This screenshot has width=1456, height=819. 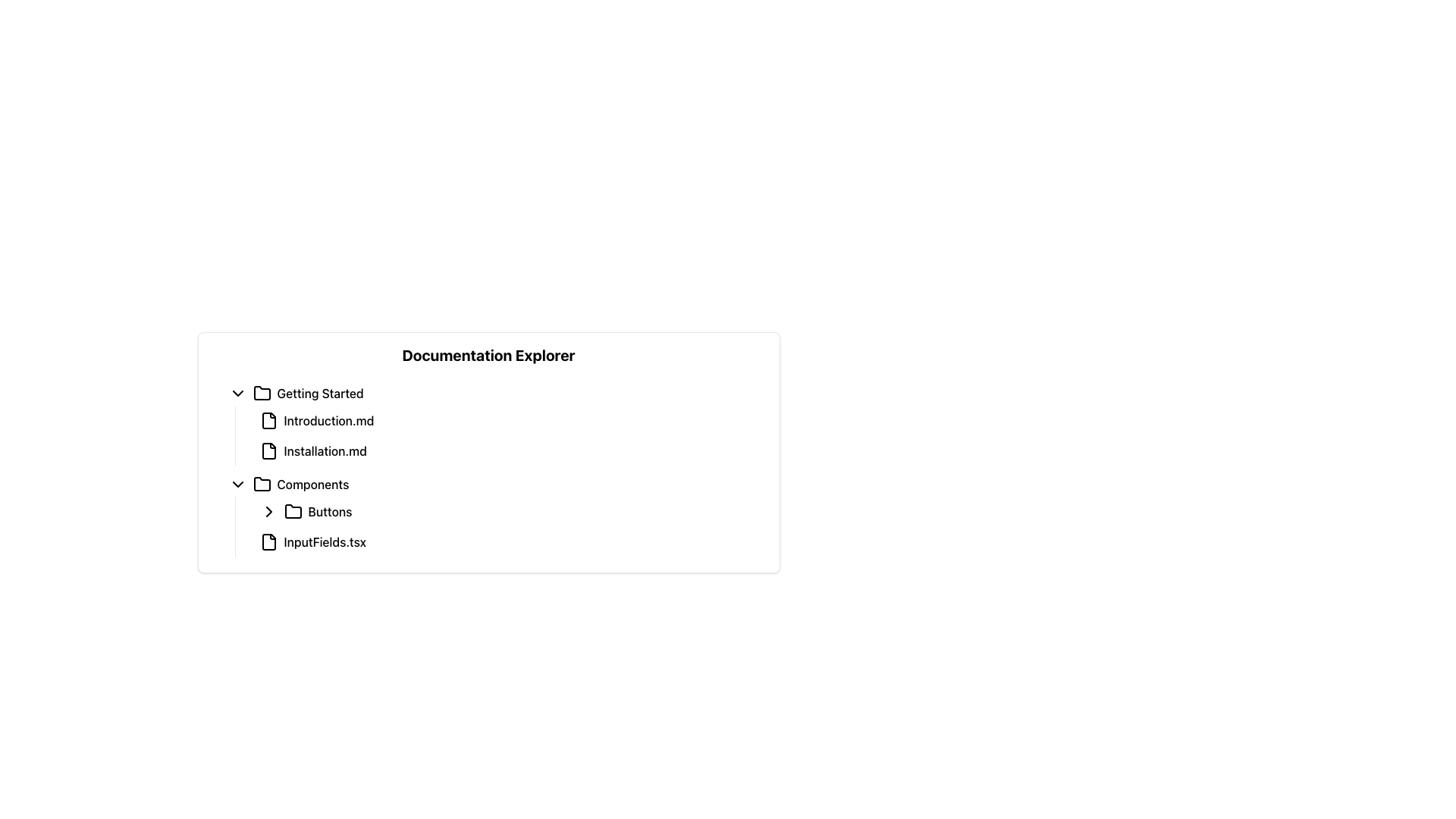 I want to click on the folder icon located in the 'Components' section of the left-hand side explorer panel, so click(x=262, y=485).